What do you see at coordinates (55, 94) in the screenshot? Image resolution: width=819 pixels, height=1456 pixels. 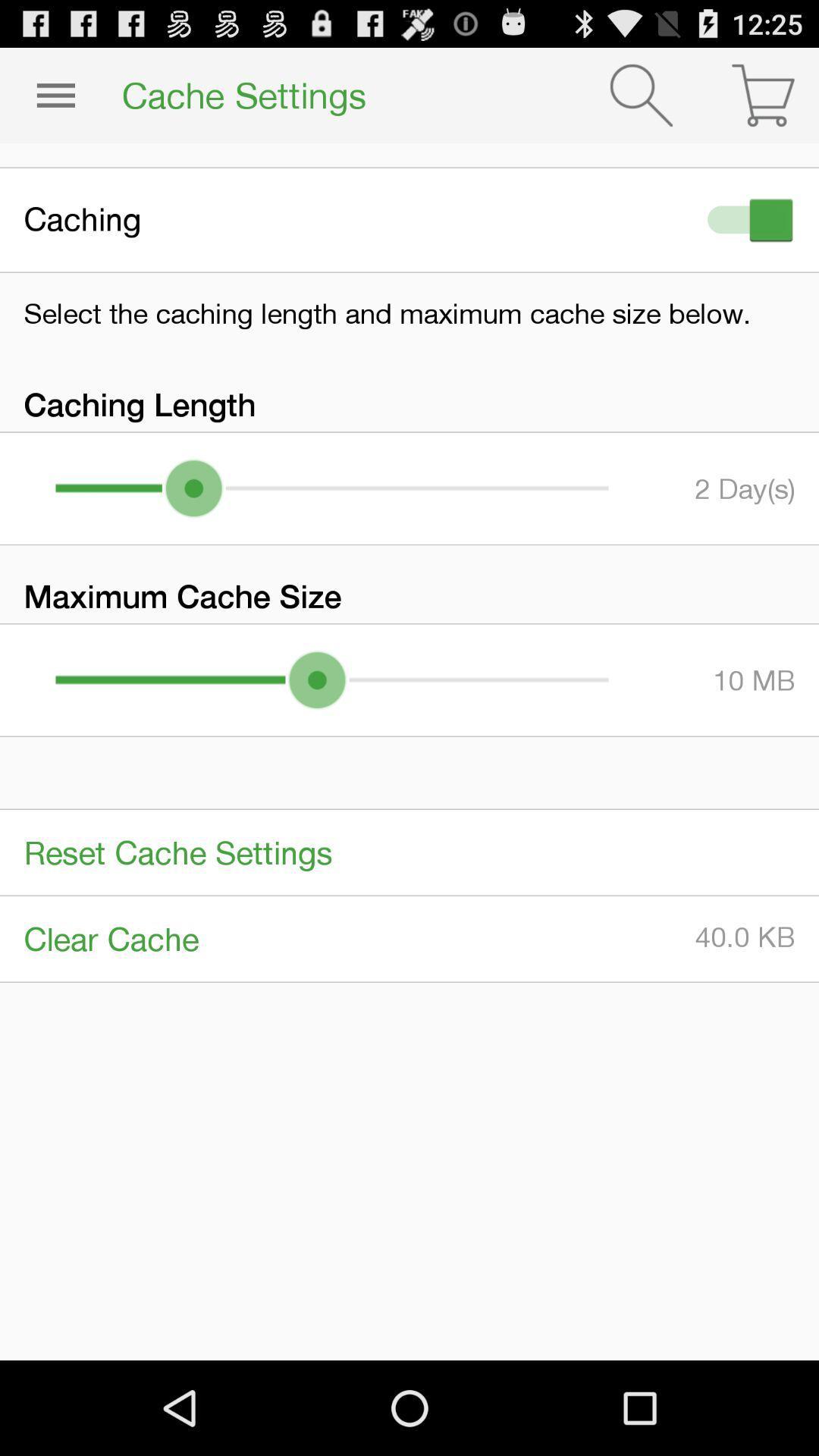 I see `more options` at bounding box center [55, 94].